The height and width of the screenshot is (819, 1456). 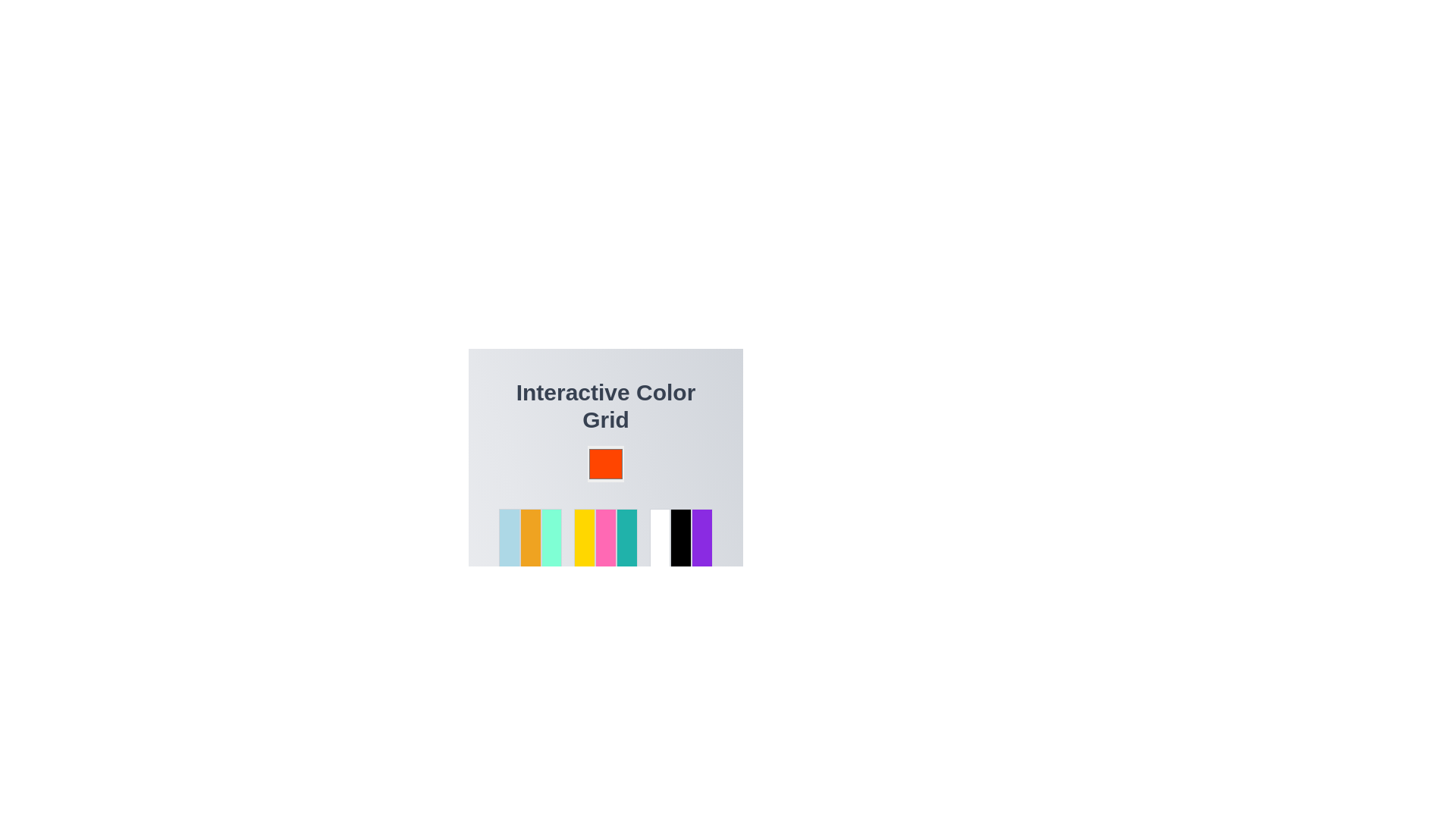 What do you see at coordinates (626, 538) in the screenshot?
I see `the third interactive tile in the color grid, located between a pink square and a black square` at bounding box center [626, 538].